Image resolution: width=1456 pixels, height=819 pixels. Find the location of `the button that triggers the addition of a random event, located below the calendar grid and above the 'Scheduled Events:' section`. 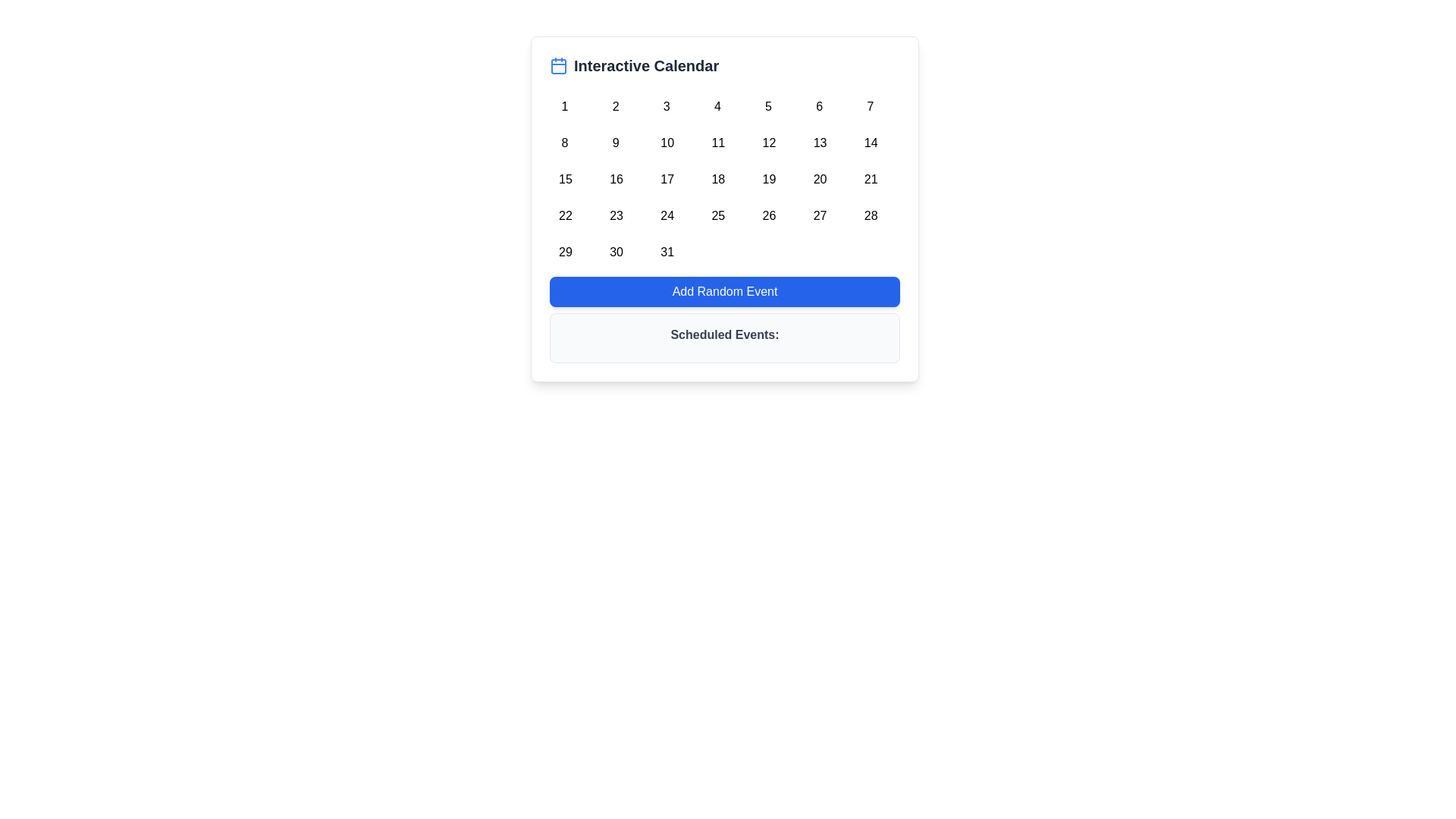

the button that triggers the addition of a random event, located below the calendar grid and above the 'Scheduled Events:' section is located at coordinates (723, 292).